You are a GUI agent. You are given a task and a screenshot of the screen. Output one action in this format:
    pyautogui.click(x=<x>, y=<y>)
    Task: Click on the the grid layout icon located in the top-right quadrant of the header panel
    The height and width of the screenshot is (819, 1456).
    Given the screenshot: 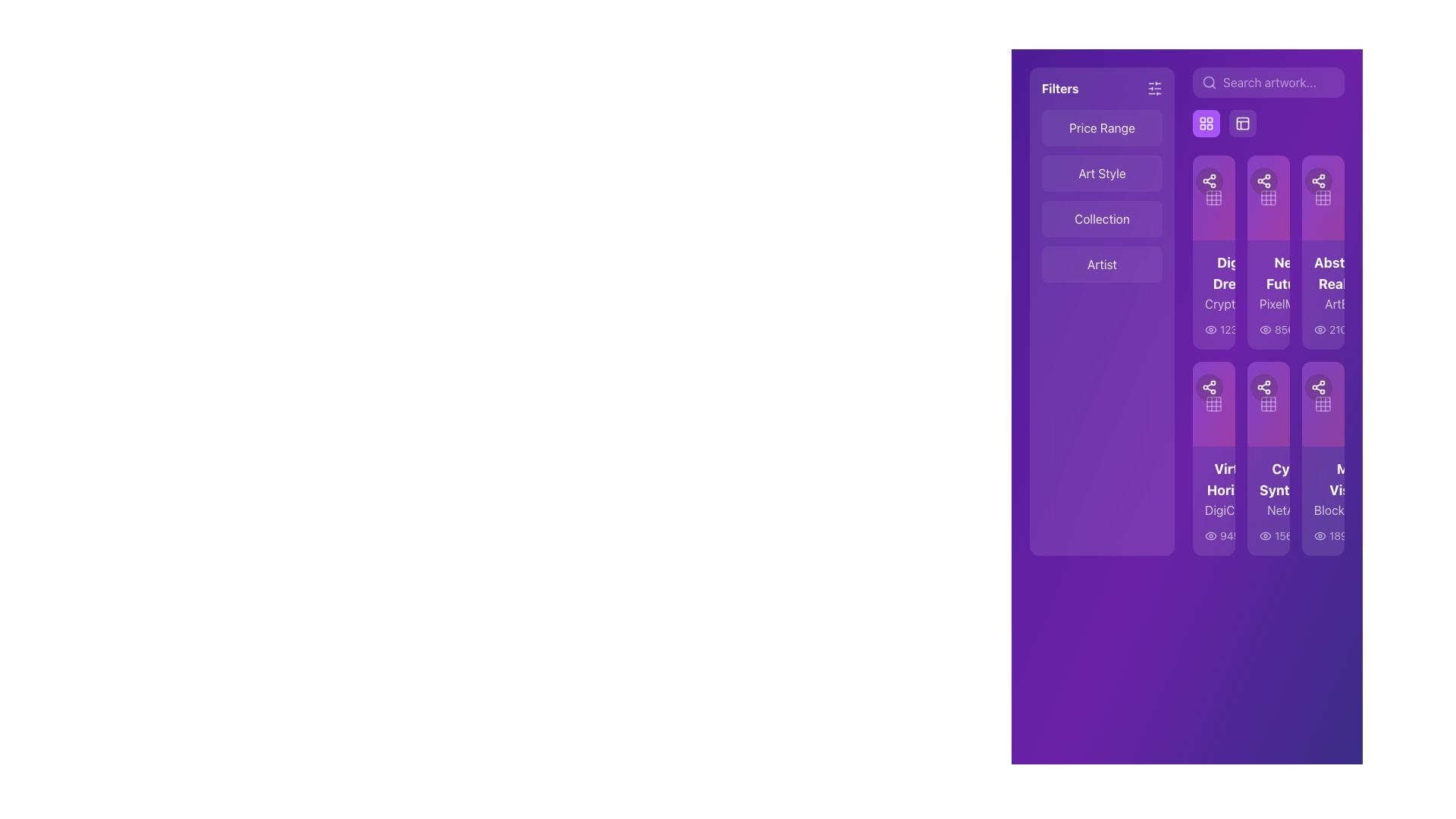 What is the action you would take?
    pyautogui.click(x=1242, y=122)
    